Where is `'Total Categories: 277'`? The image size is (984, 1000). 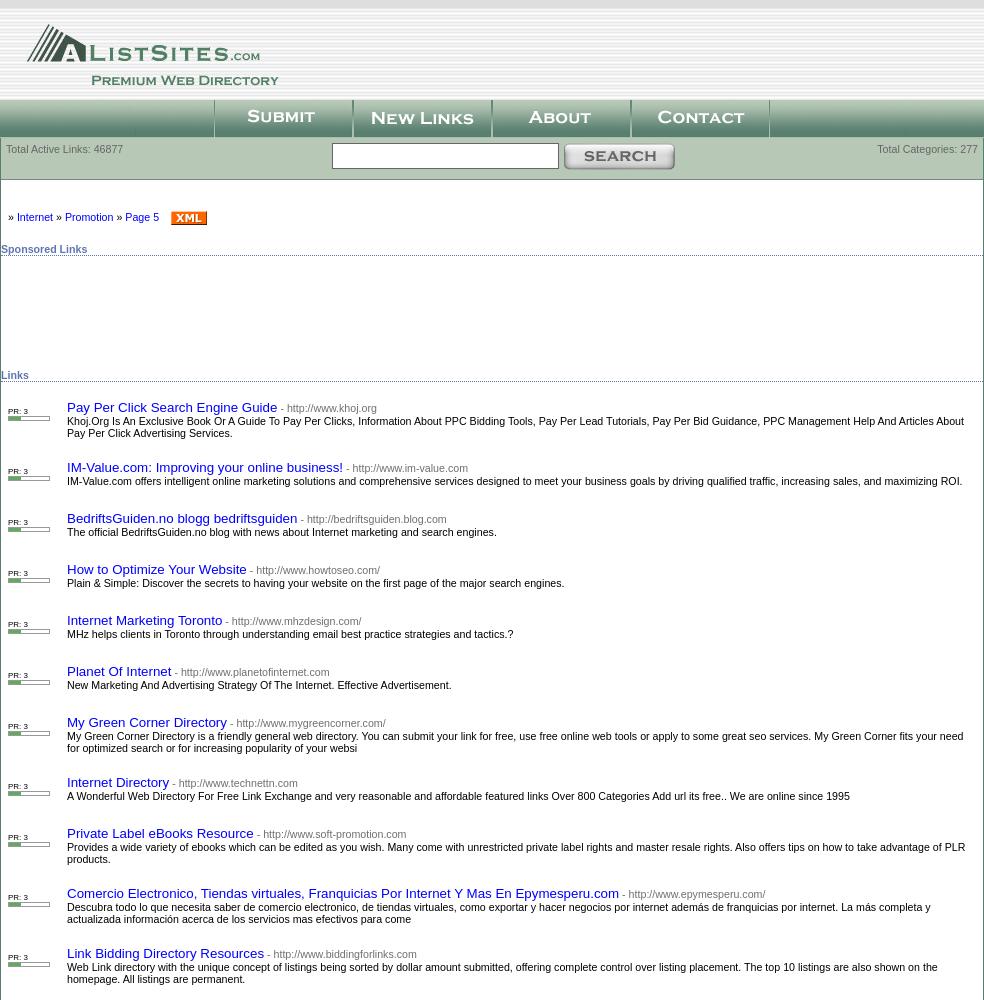 'Total Categories: 277' is located at coordinates (877, 149).